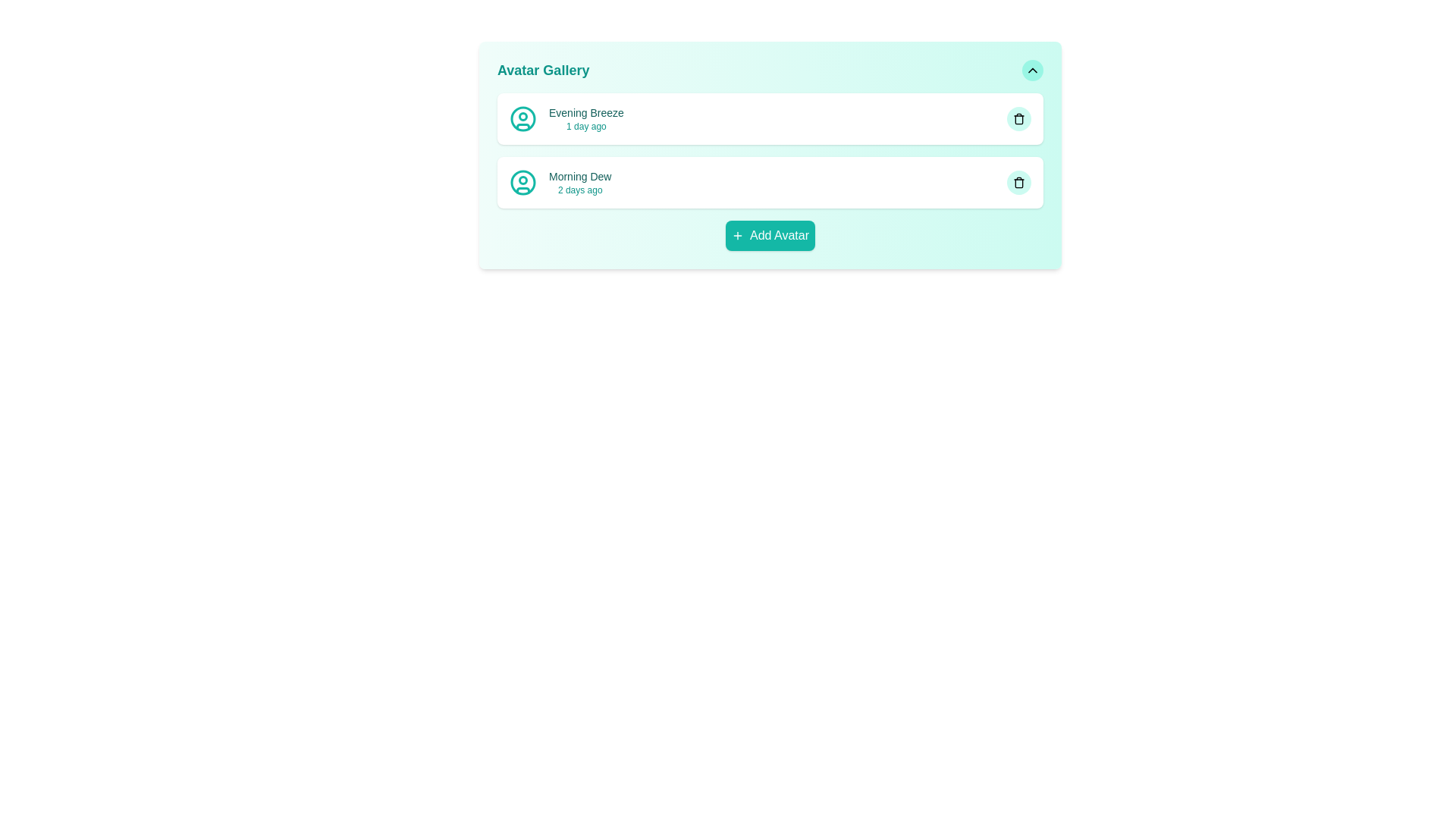  I want to click on the second card in the 'Avatar Gallery' section, which provides information about an avatar or user action, located below the card titled 'Evening Breeze 1 day ago', so click(770, 181).